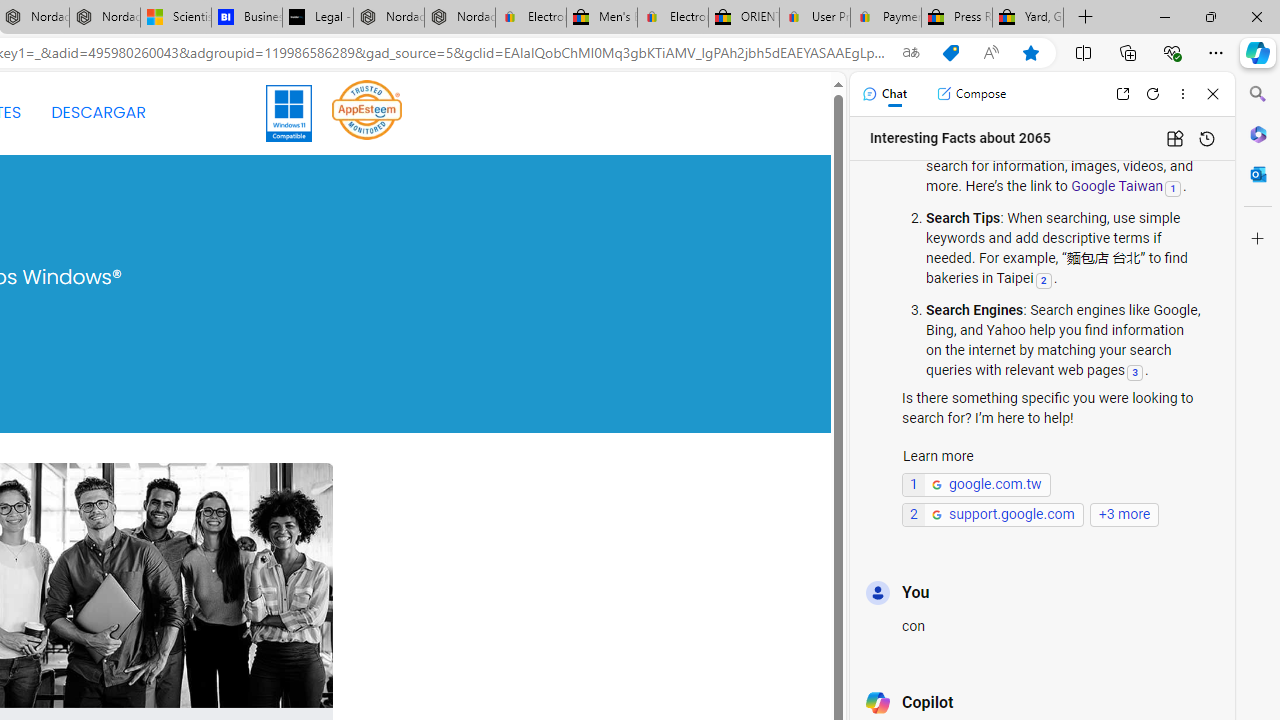  I want to click on 'Shopping in Microsoft Edge', so click(950, 52).